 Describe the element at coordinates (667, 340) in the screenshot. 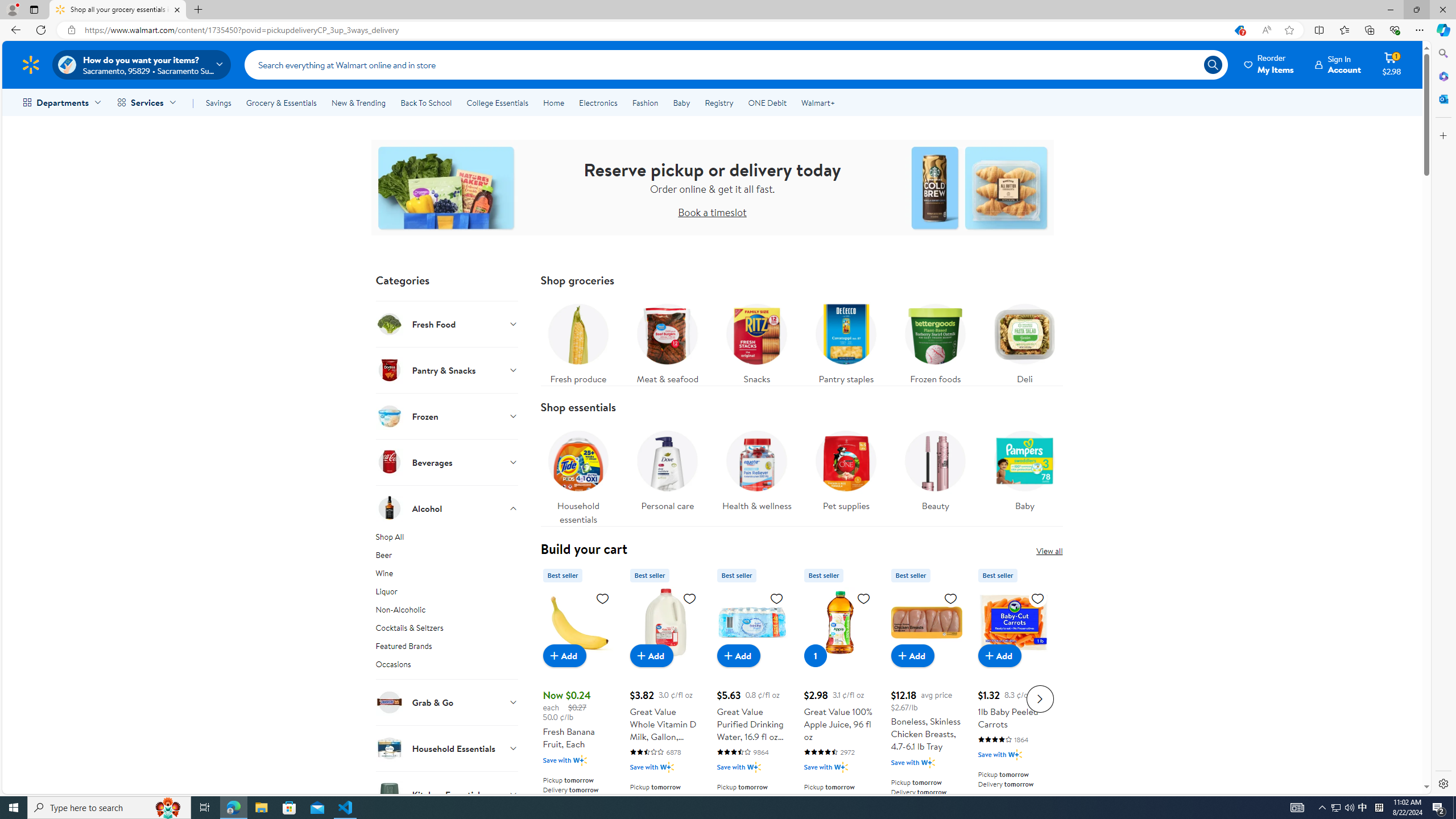

I see `'Meat & seafood'` at that location.